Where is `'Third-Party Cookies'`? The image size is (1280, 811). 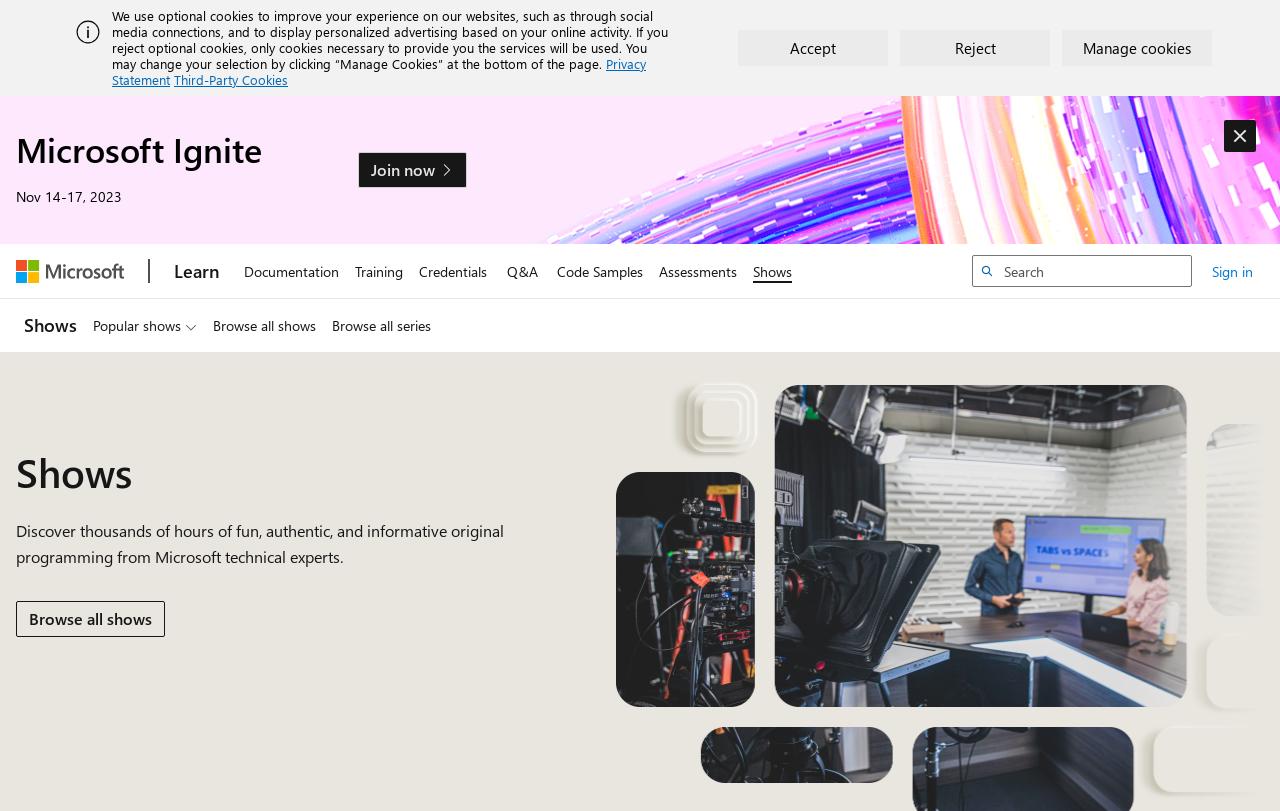 'Third-Party Cookies' is located at coordinates (173, 79).